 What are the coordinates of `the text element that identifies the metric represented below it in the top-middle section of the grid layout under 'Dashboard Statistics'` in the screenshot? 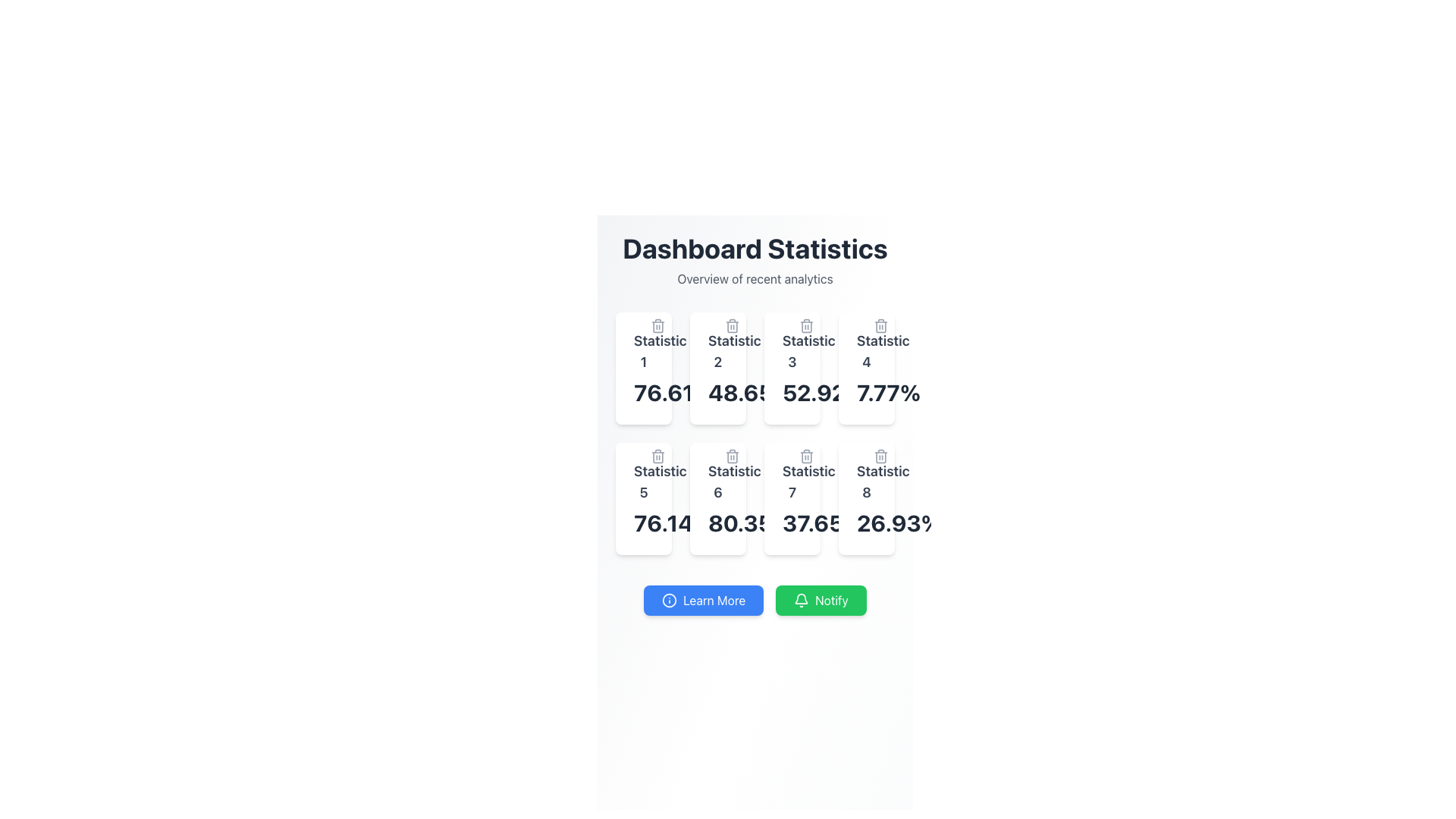 It's located at (792, 351).